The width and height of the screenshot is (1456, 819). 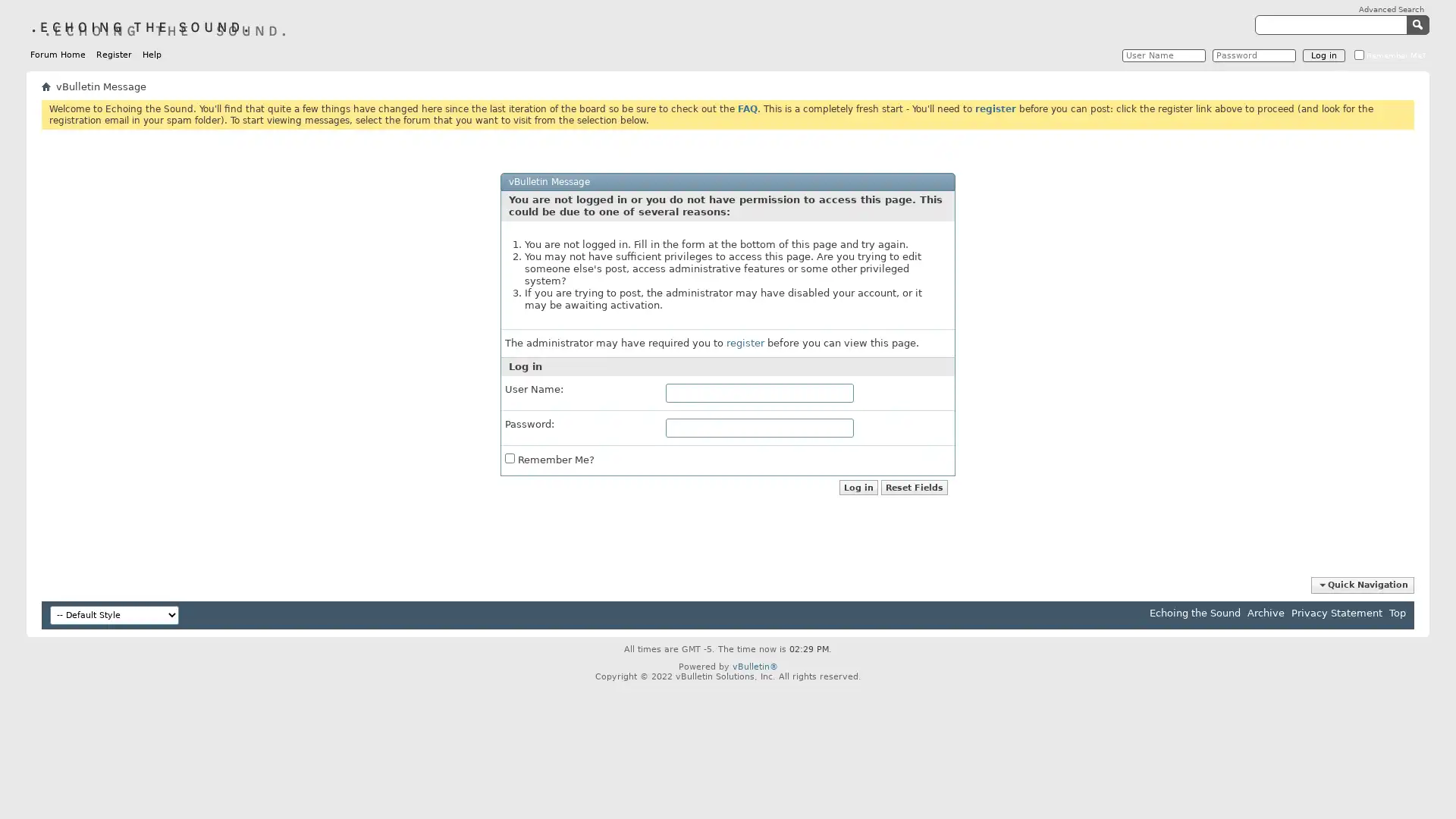 I want to click on Reset Fields, so click(x=913, y=488).